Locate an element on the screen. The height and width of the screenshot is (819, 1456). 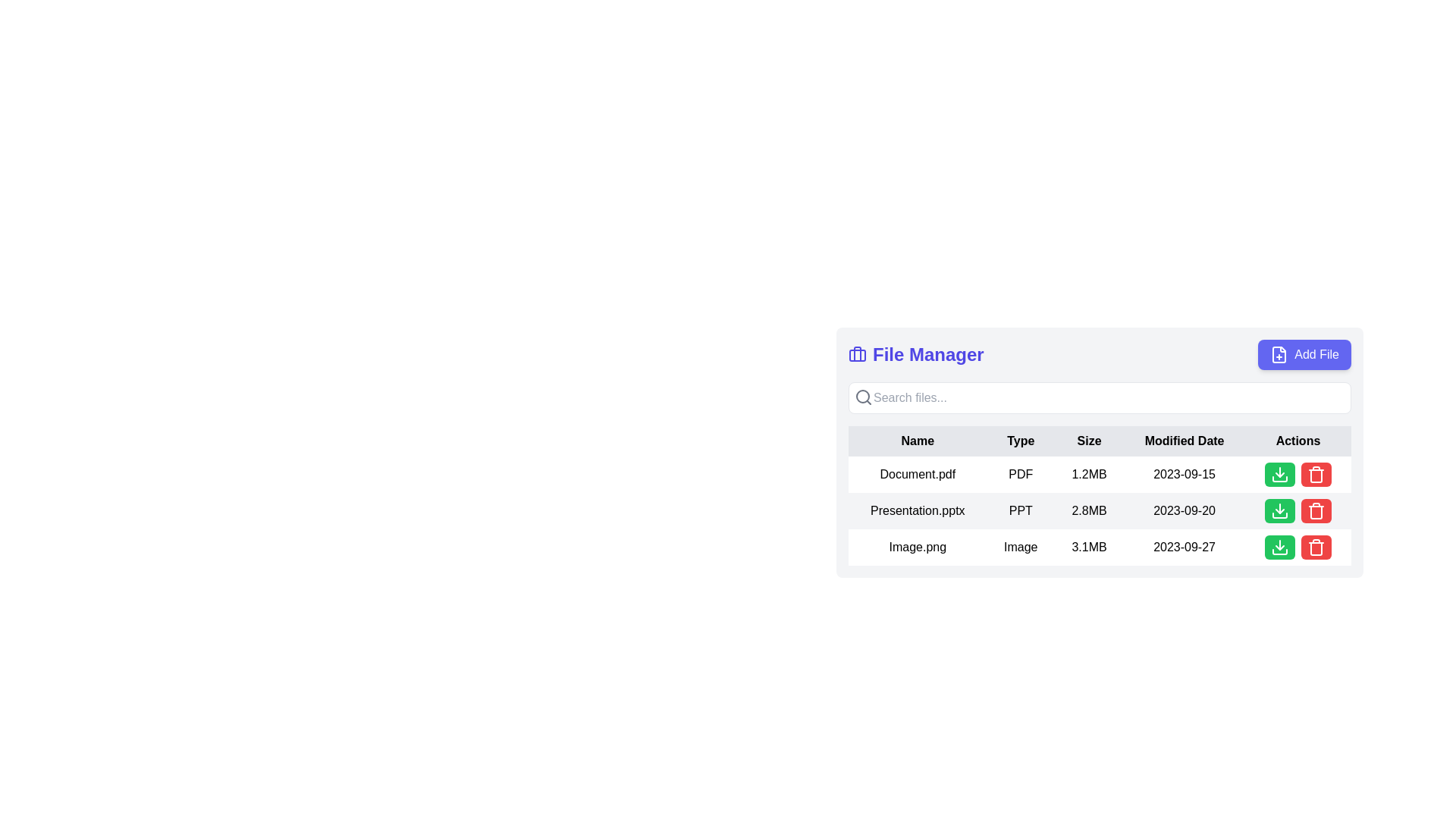
the text label displaying 'Image.png' located is located at coordinates (916, 547).